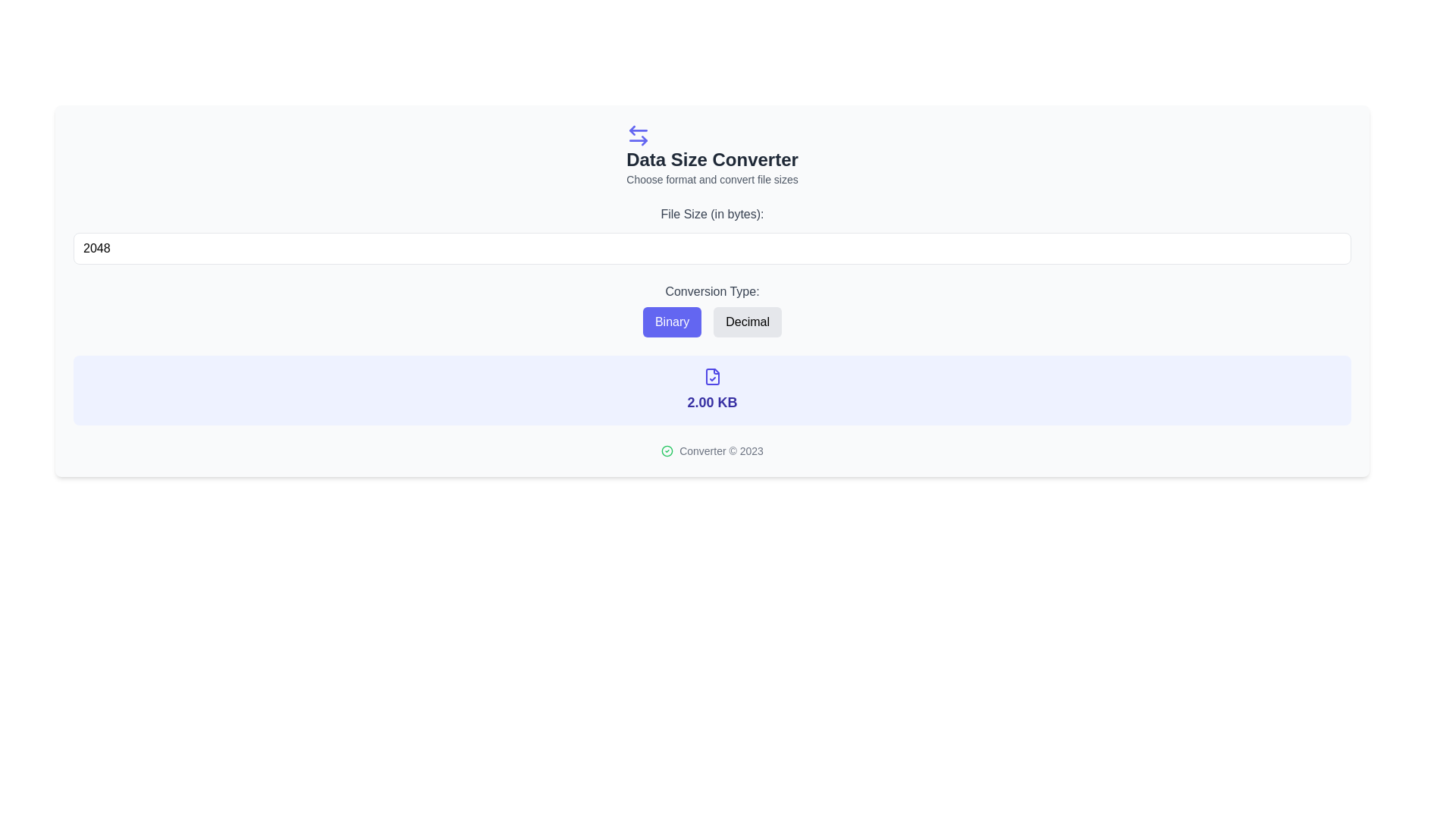 The height and width of the screenshot is (819, 1456). What do you see at coordinates (720, 450) in the screenshot?
I see `the footer text label indicating the name and copyright information for the application 'Converter', located in the bottom center area of the interface` at bounding box center [720, 450].